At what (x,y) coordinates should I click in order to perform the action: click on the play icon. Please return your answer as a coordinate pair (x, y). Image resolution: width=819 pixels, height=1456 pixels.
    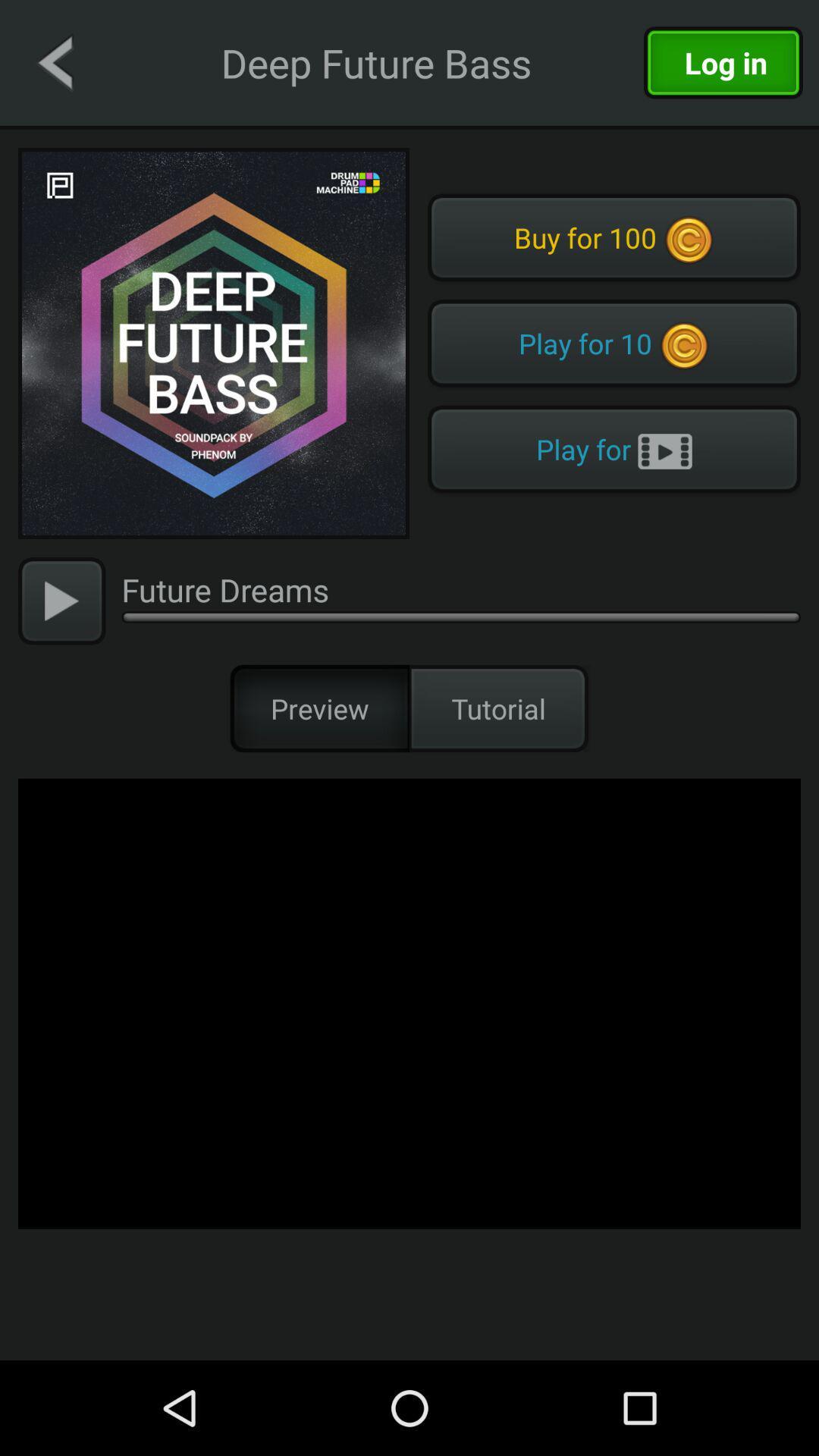
    Looking at the image, I should click on (61, 600).